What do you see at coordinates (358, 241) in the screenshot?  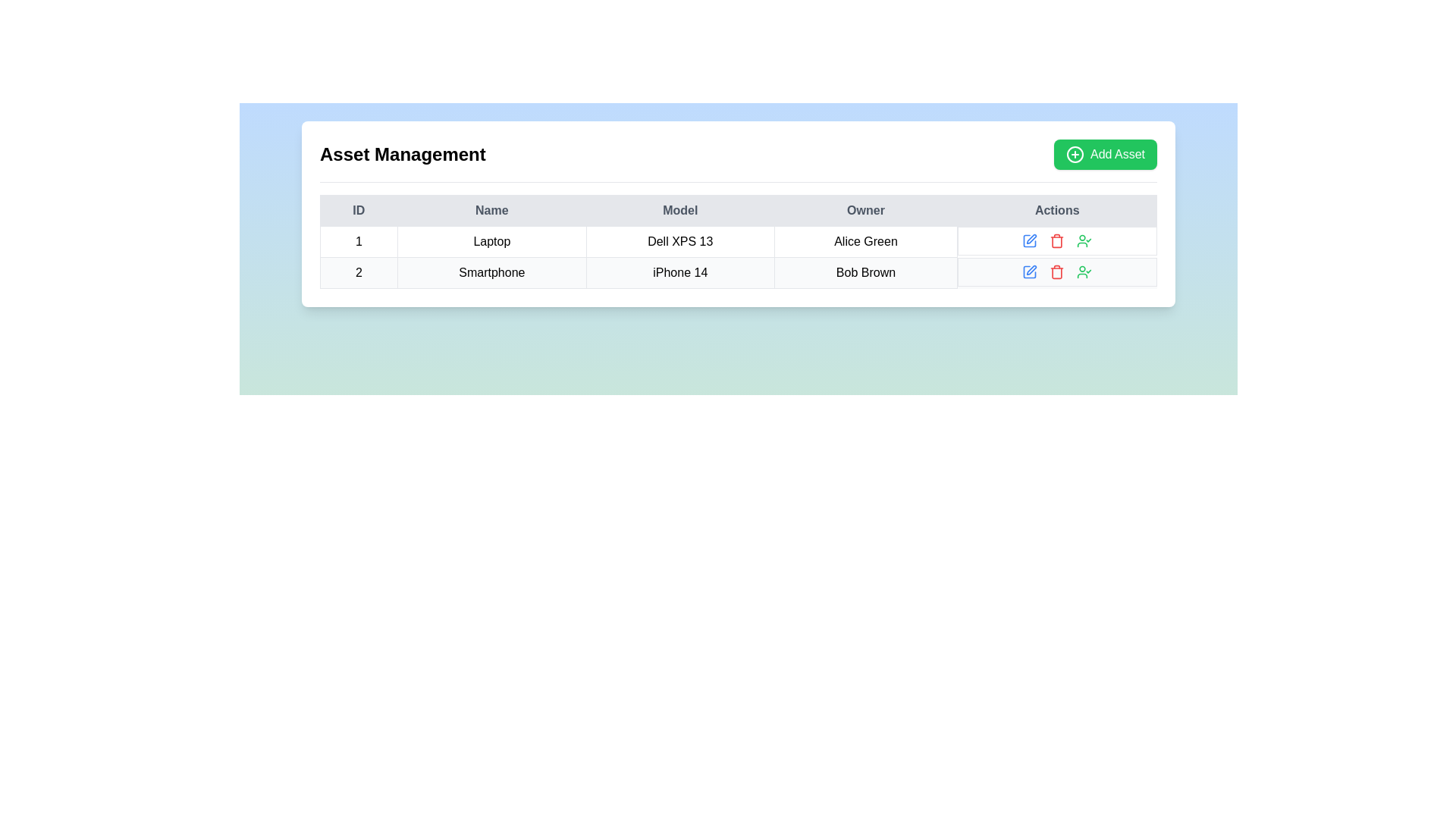 I see `the text cell displaying the ID 'Laptop' in the first row of the table under the 'ID' column` at bounding box center [358, 241].